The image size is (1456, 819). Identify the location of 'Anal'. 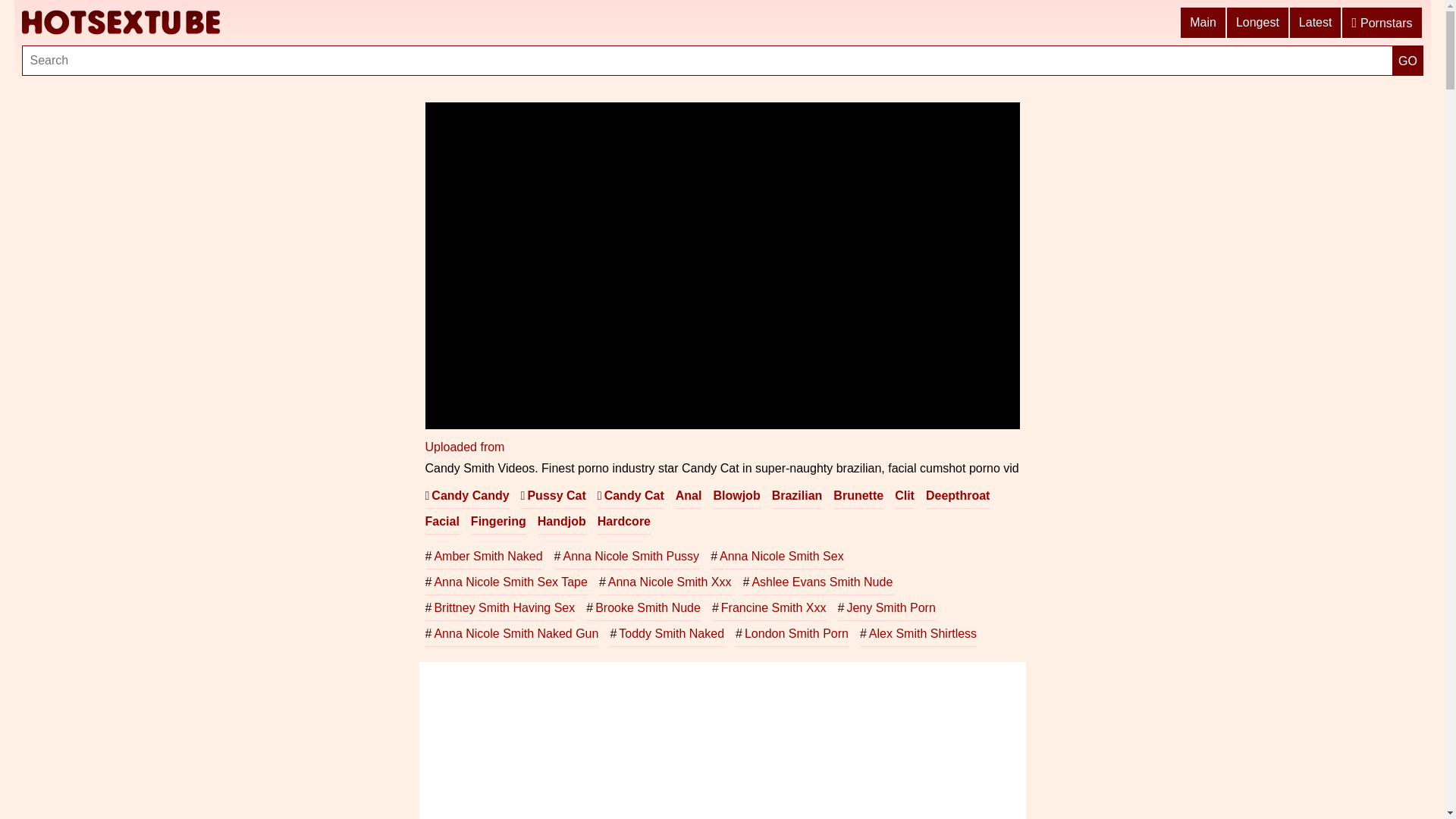
(688, 496).